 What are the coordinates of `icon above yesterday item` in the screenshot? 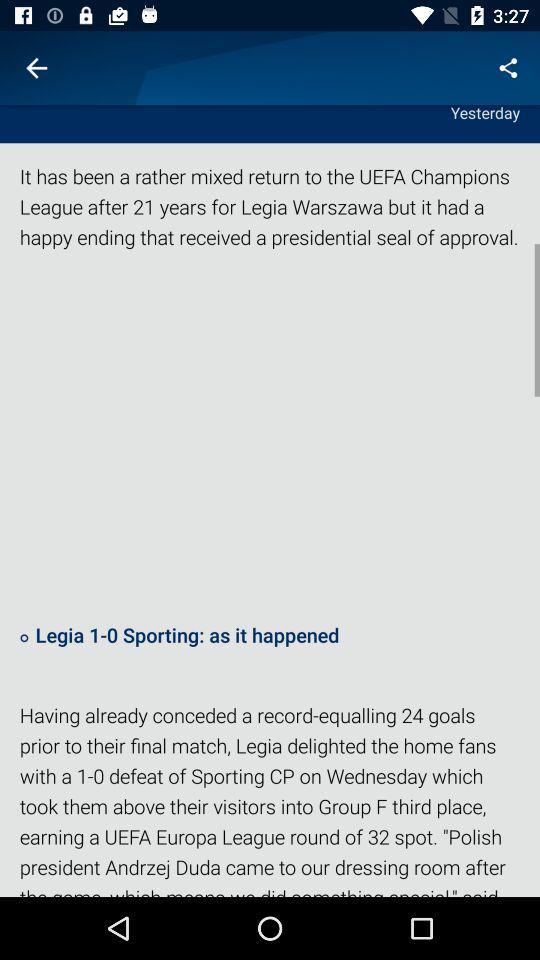 It's located at (508, 68).